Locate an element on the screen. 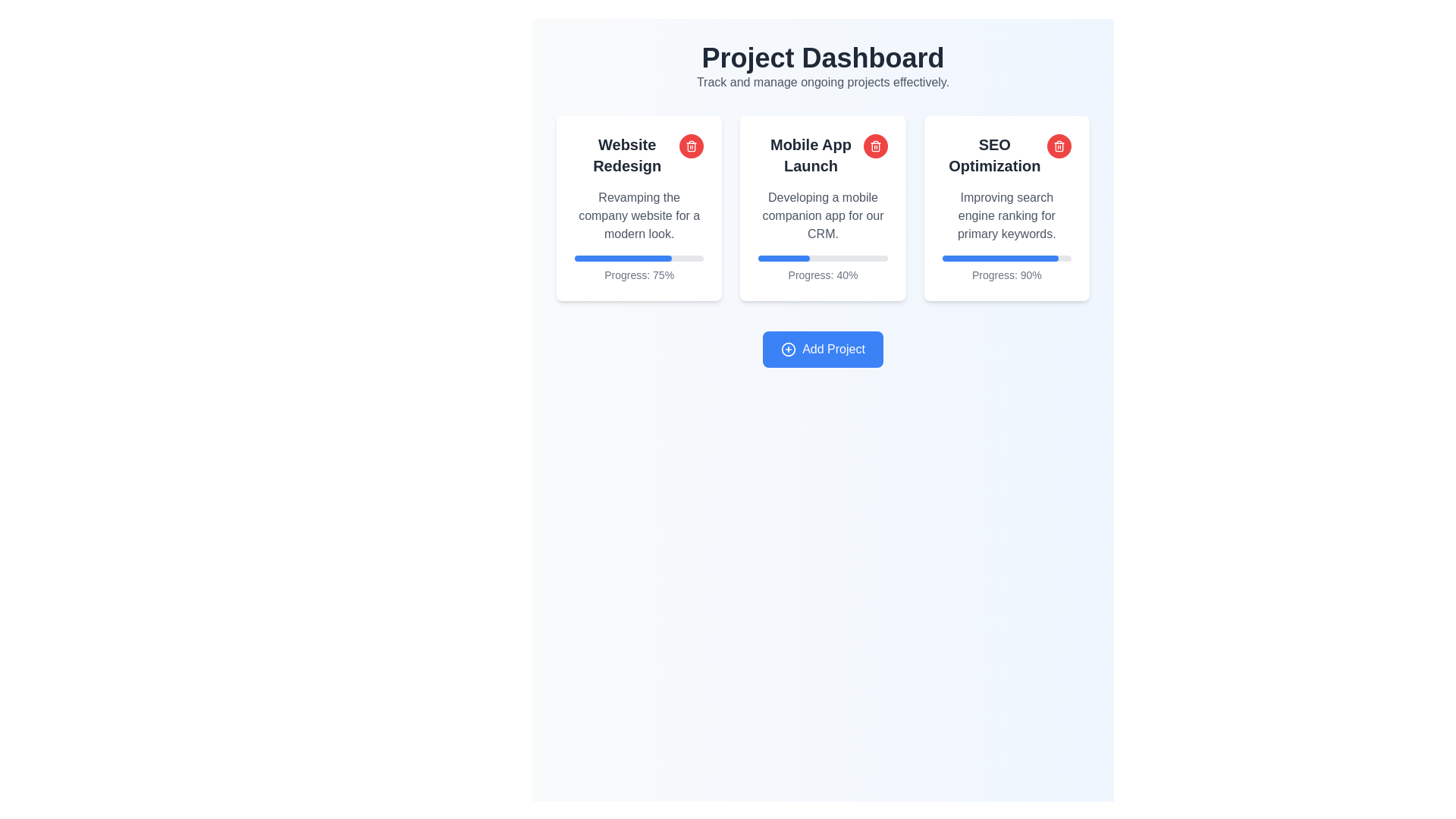 This screenshot has height=819, width=1456. the interactive progress card element in the Project Dashboard section is located at coordinates (822, 208).